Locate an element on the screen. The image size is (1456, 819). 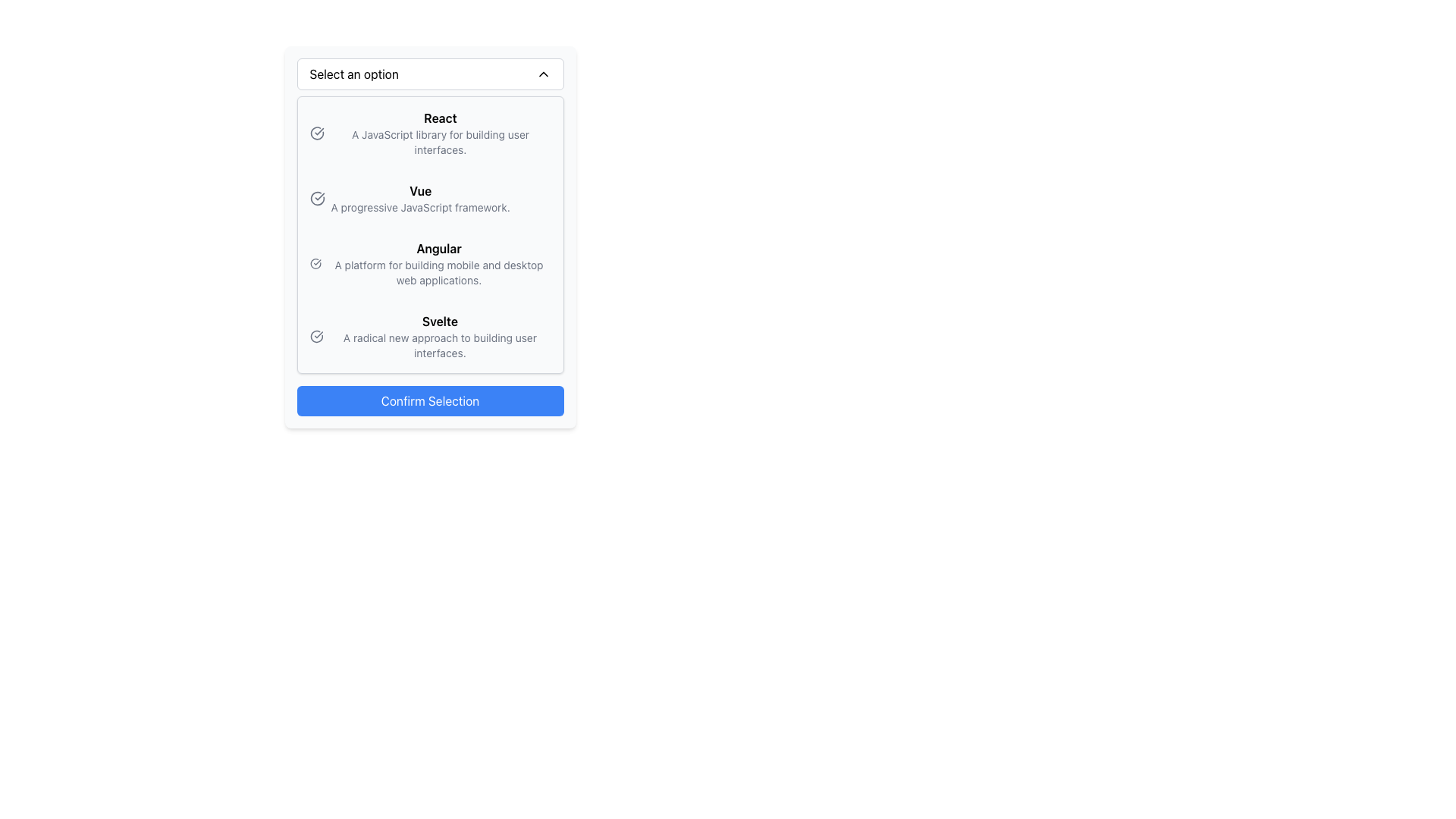
the selectable list option containing the heading 'Svelte' and its description is located at coordinates (429, 335).